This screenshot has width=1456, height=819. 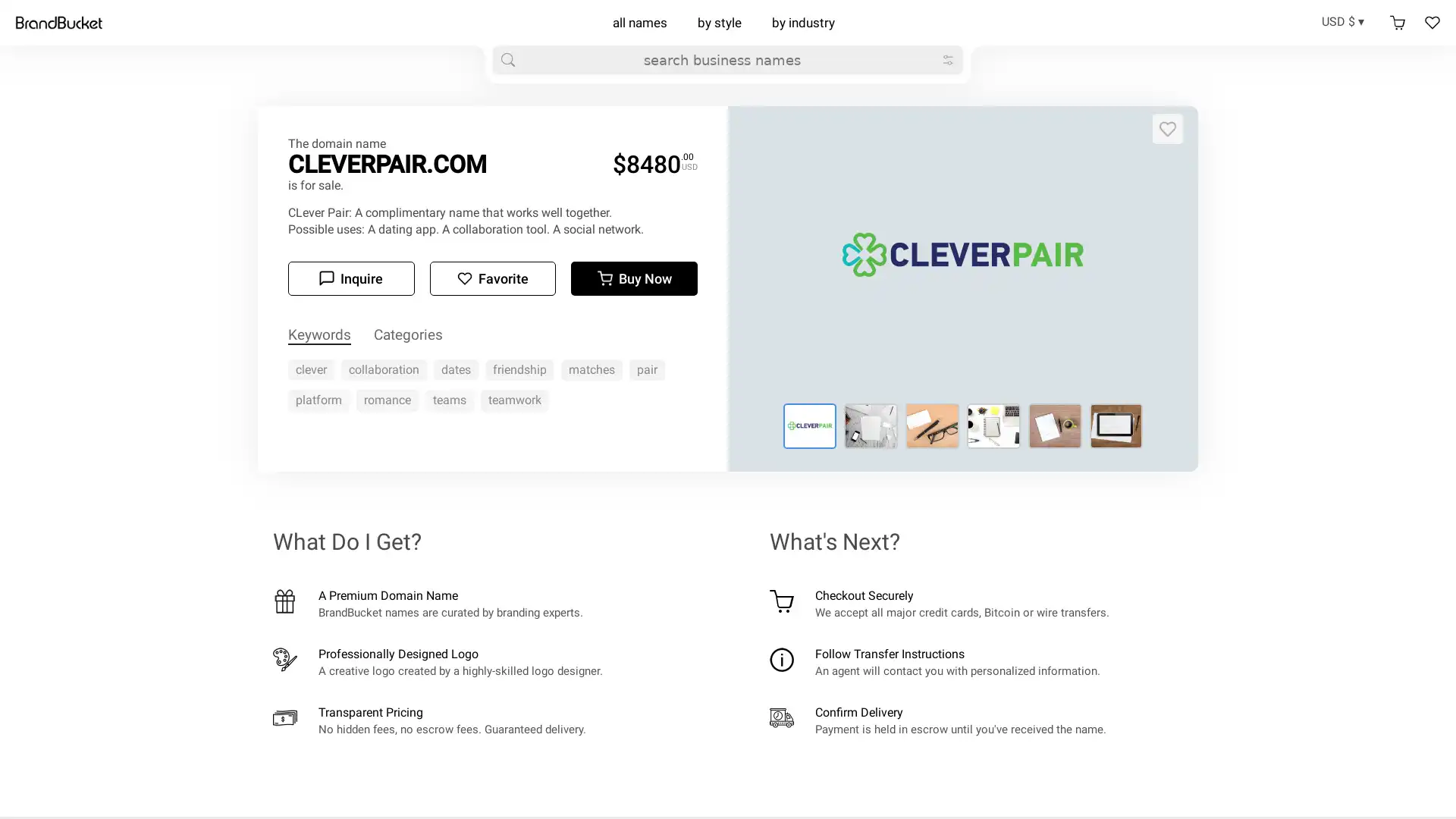 I want to click on Favorites Favorites, so click(x=1432, y=23).